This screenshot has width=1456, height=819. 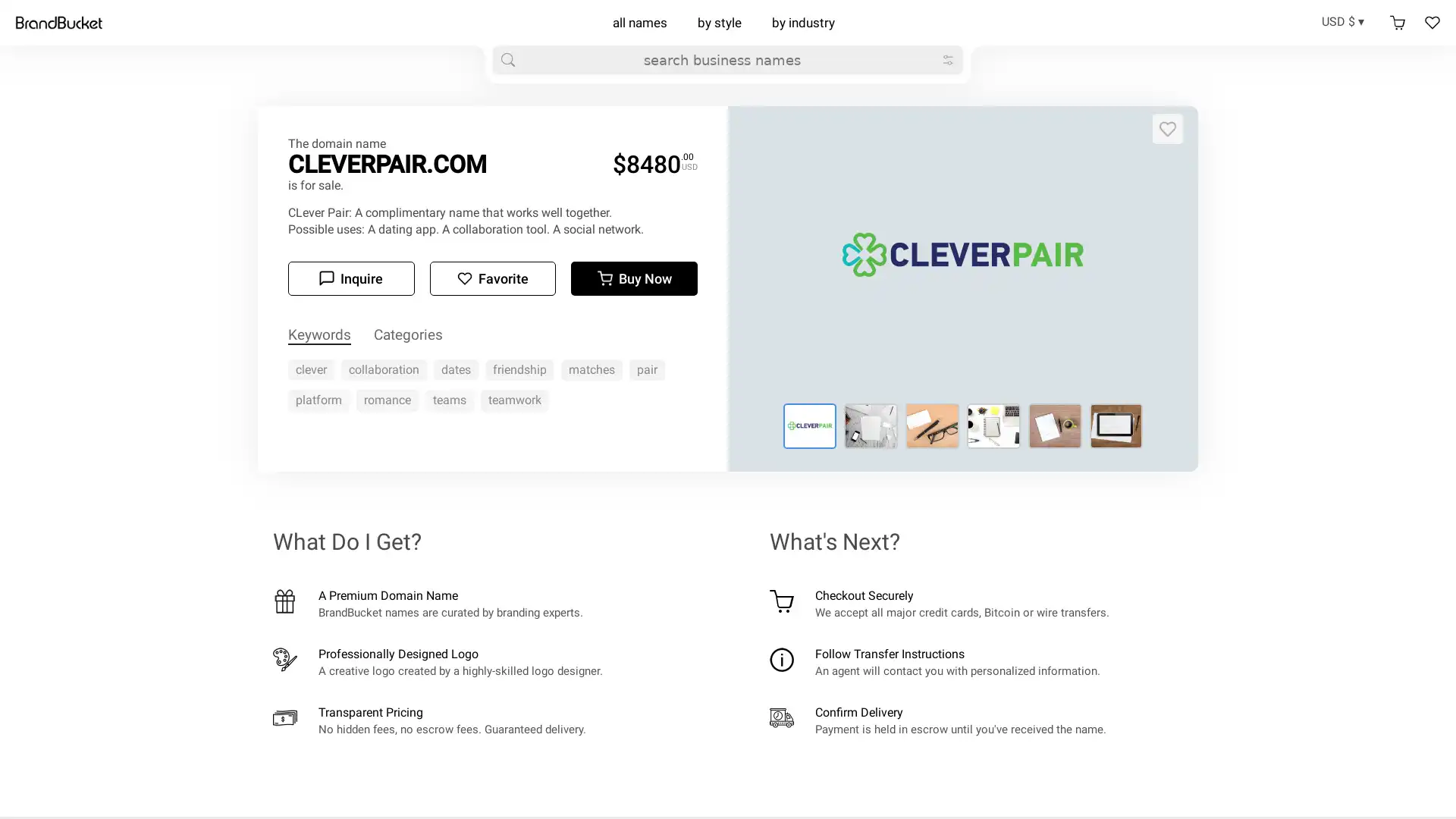 I want to click on Favorites Favorites, so click(x=1432, y=23).